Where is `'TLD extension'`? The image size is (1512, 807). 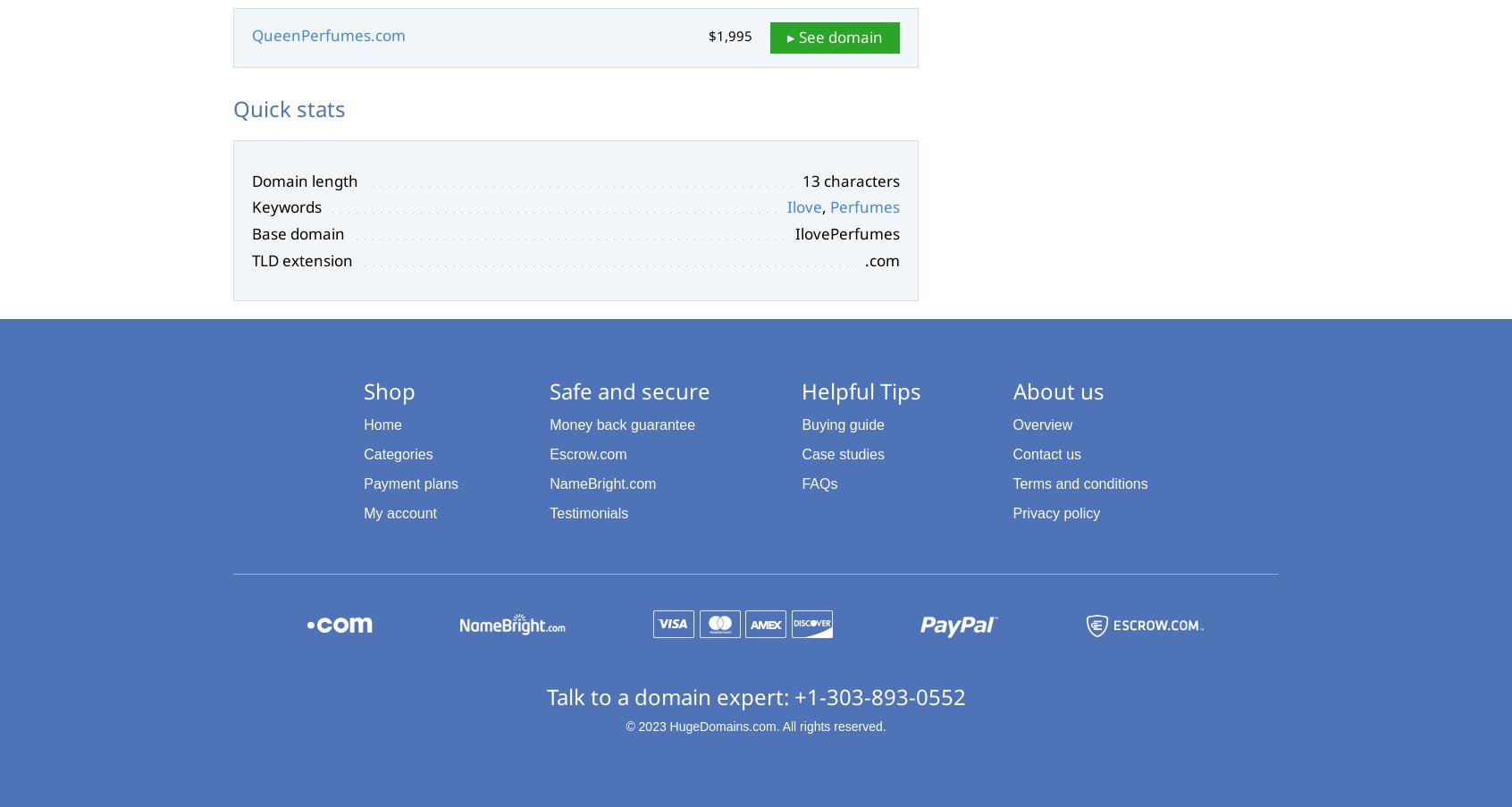
'TLD extension' is located at coordinates (252, 258).